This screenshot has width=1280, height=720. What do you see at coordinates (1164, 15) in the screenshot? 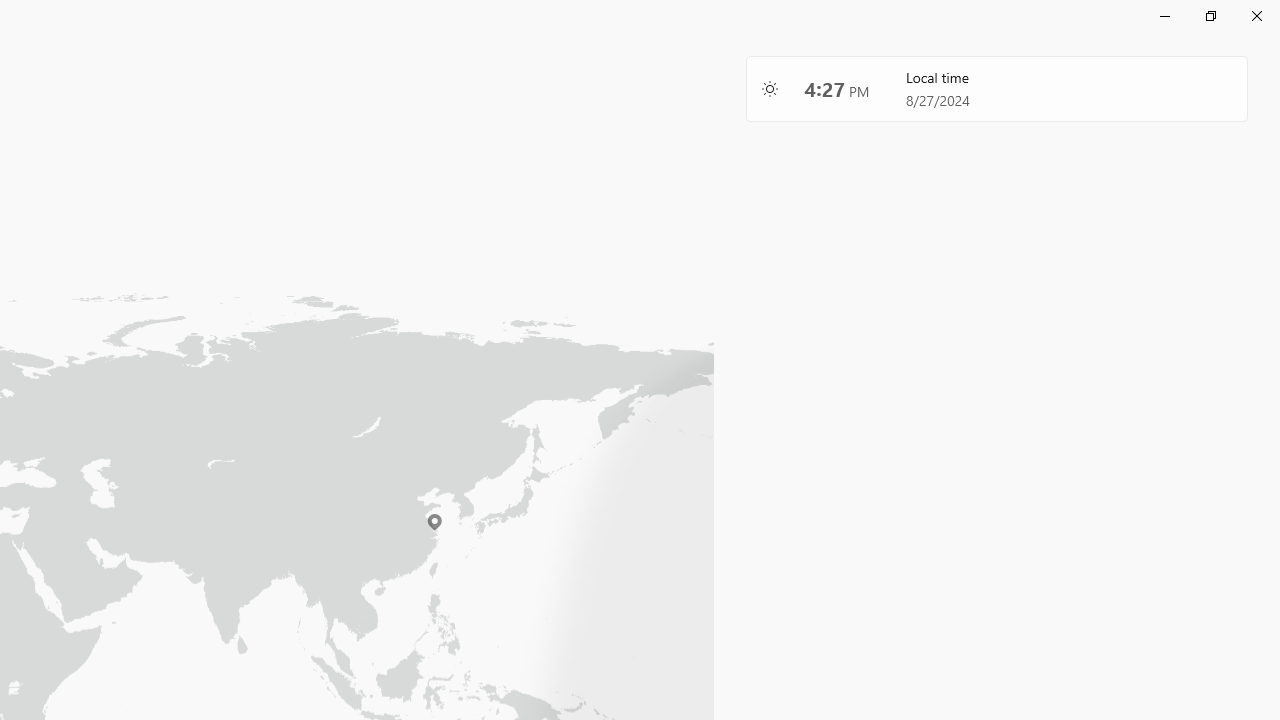
I see `'Minimize Clock'` at bounding box center [1164, 15].